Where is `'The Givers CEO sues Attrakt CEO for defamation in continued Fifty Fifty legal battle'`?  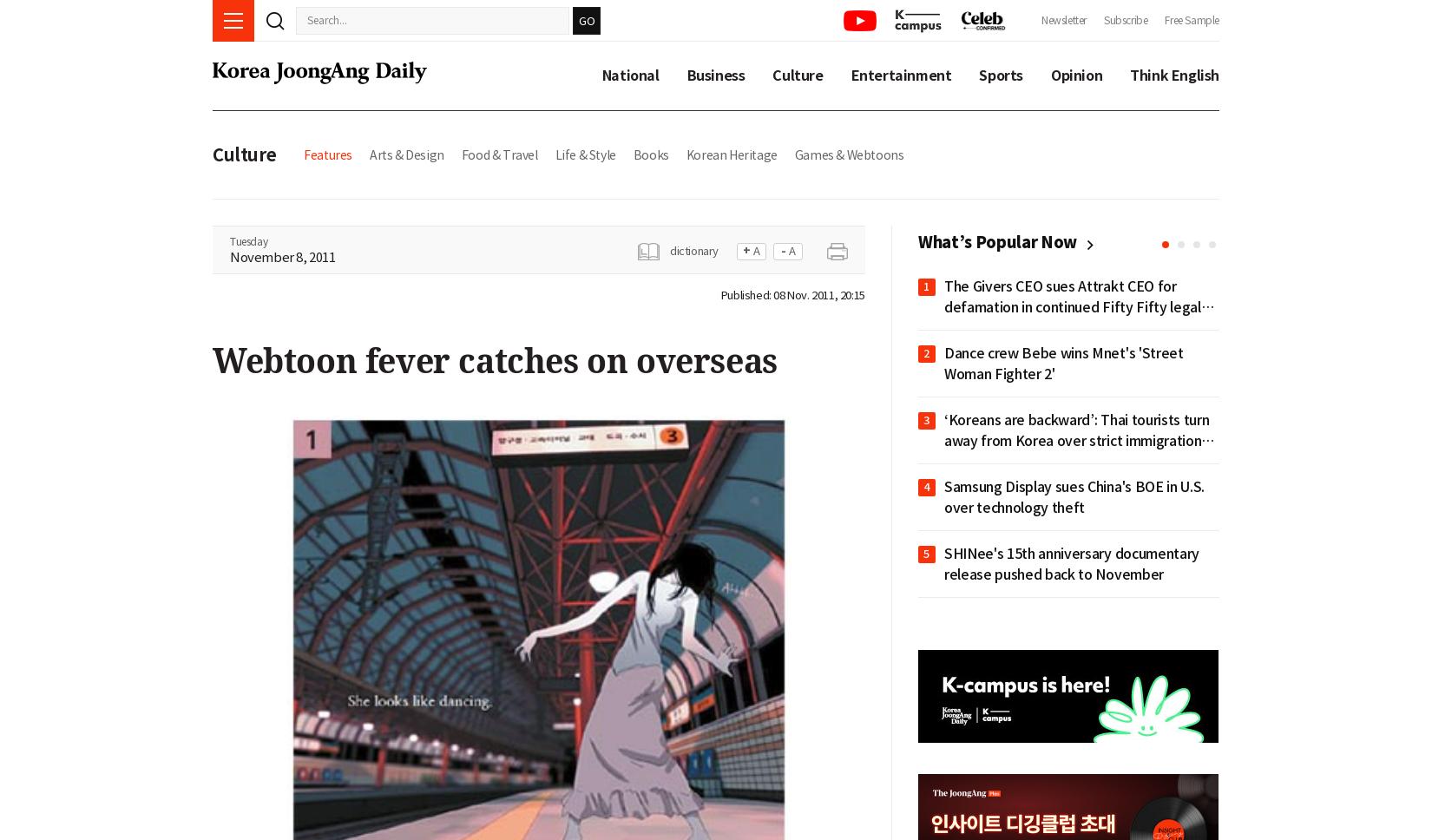
'The Givers CEO sues Attrakt CEO for defamation in continued Fifty Fifty legal battle' is located at coordinates (1072, 306).